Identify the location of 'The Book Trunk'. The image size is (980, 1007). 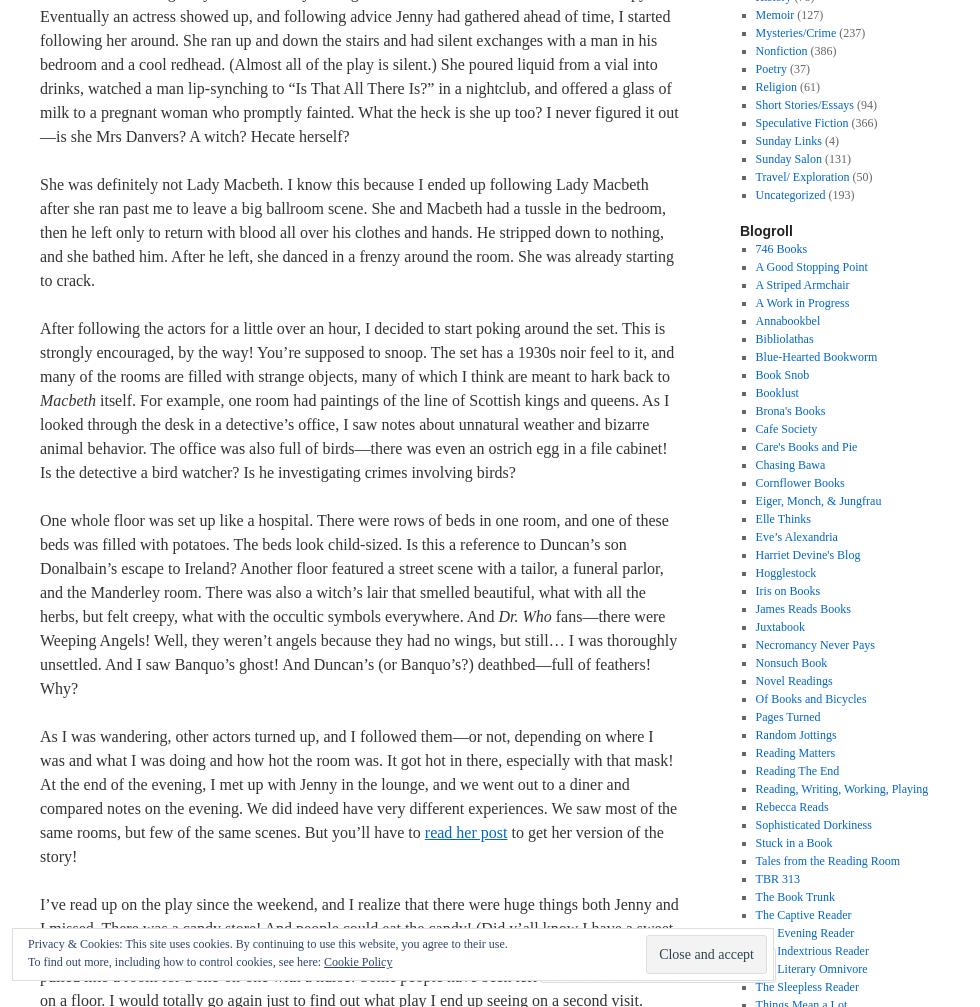
(794, 896).